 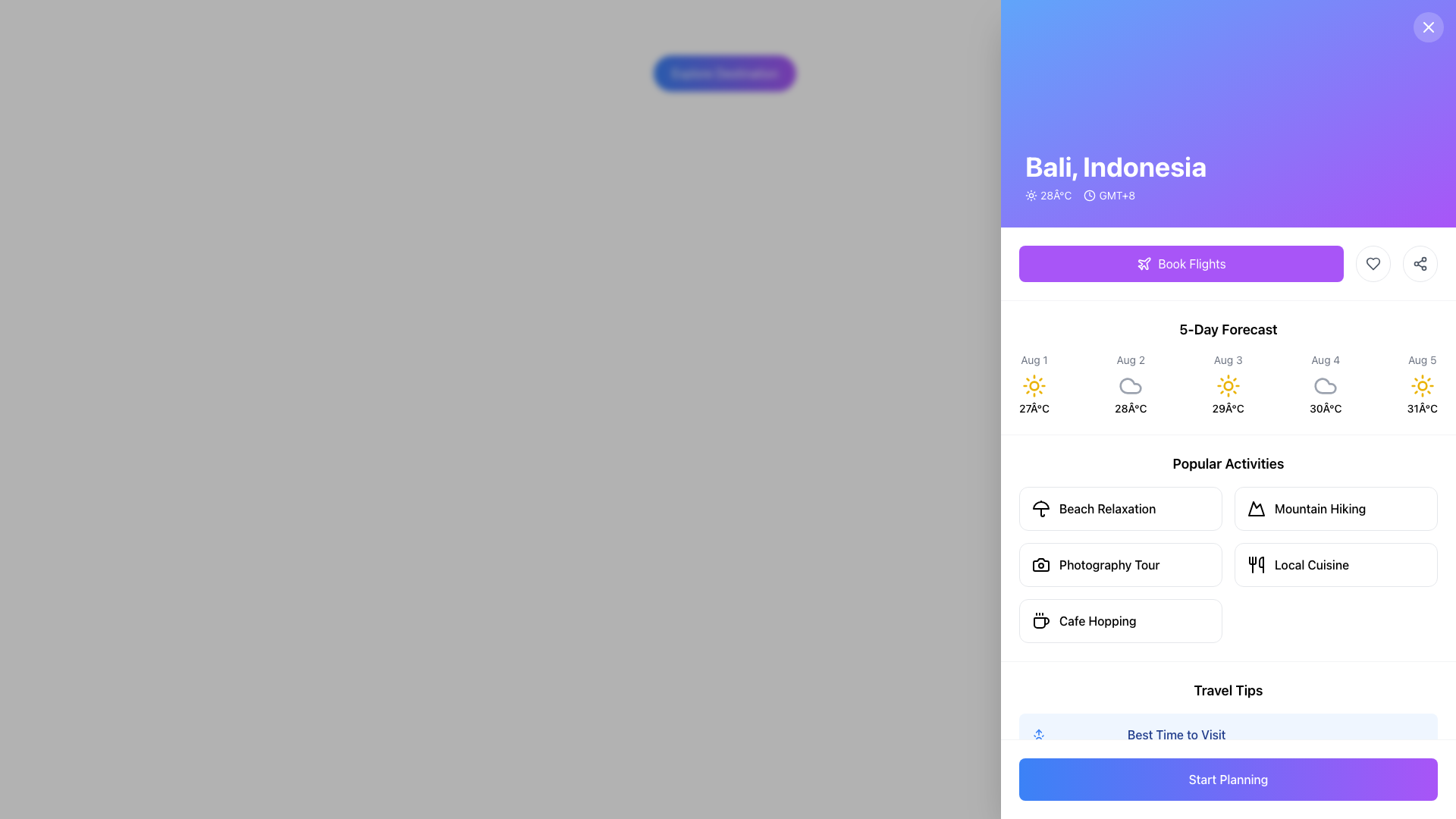 What do you see at coordinates (1116, 166) in the screenshot?
I see `the text display element that shows 'Bali, Indonesia', which is styled in a large bold font against a gradient purple background` at bounding box center [1116, 166].